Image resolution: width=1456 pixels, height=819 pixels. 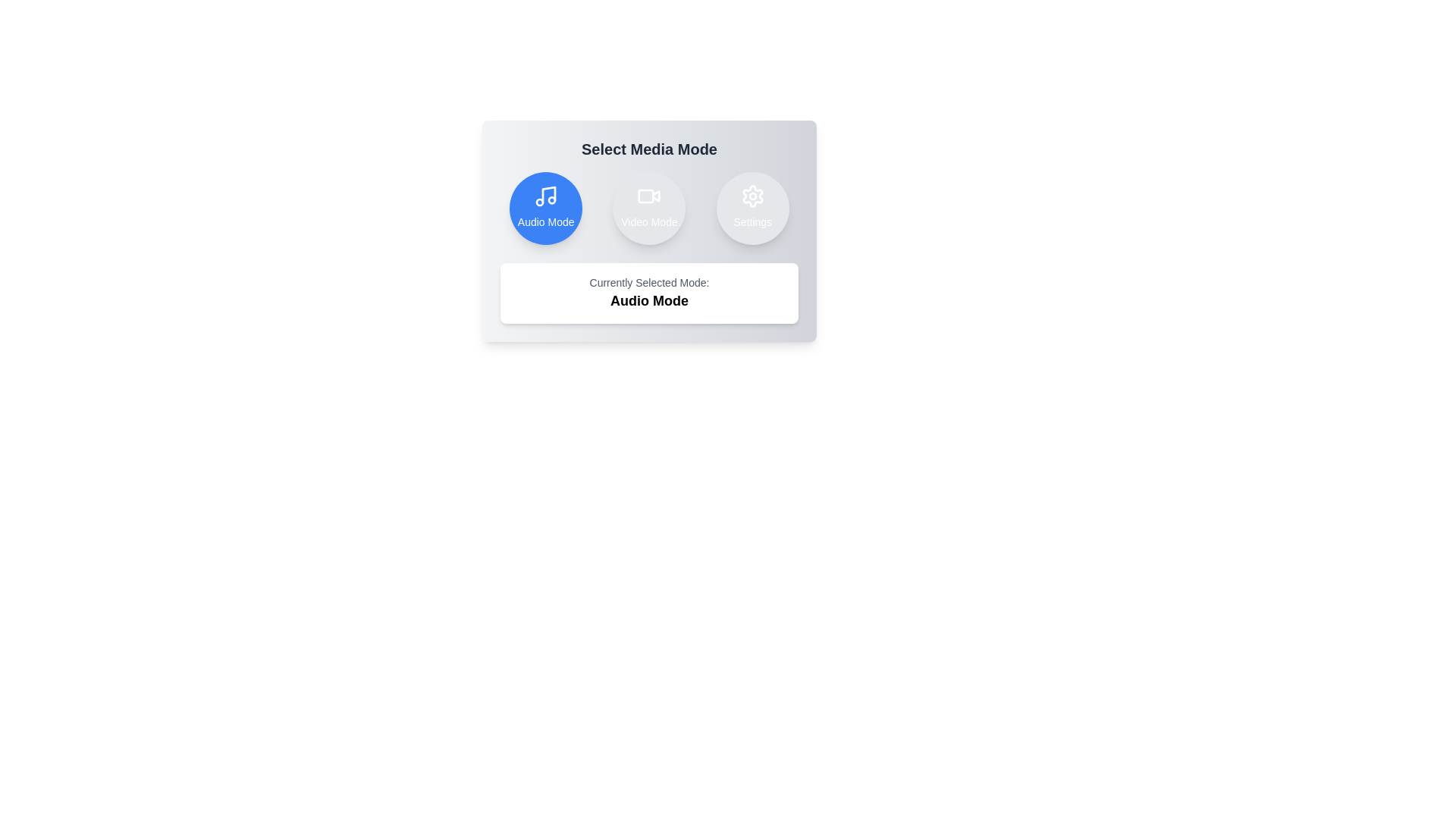 I want to click on the Video mode by clicking the respective button, so click(x=649, y=208).